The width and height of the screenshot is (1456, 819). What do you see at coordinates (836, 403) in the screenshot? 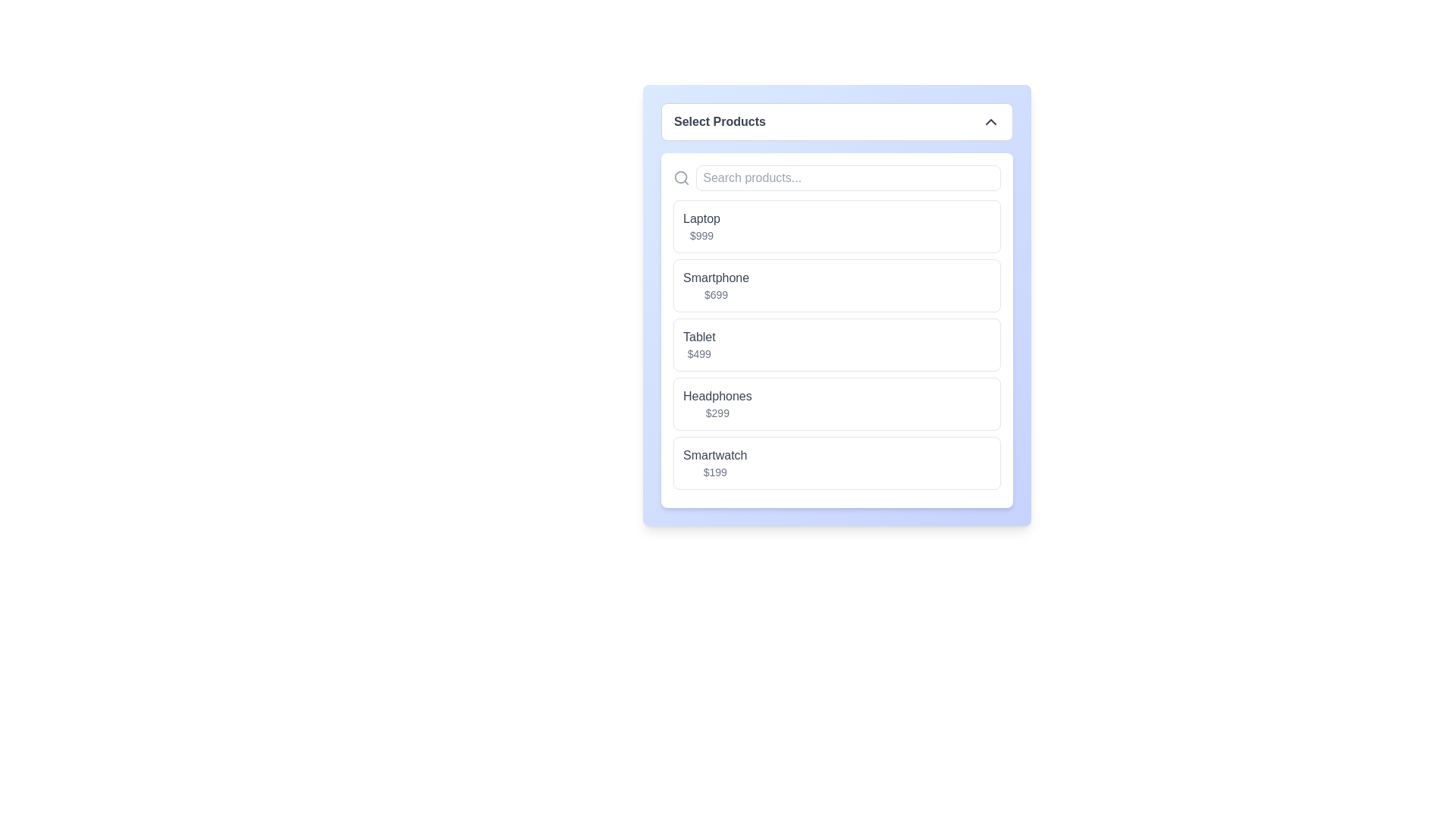
I see `the selectable list item displaying 'Headphones'` at bounding box center [836, 403].